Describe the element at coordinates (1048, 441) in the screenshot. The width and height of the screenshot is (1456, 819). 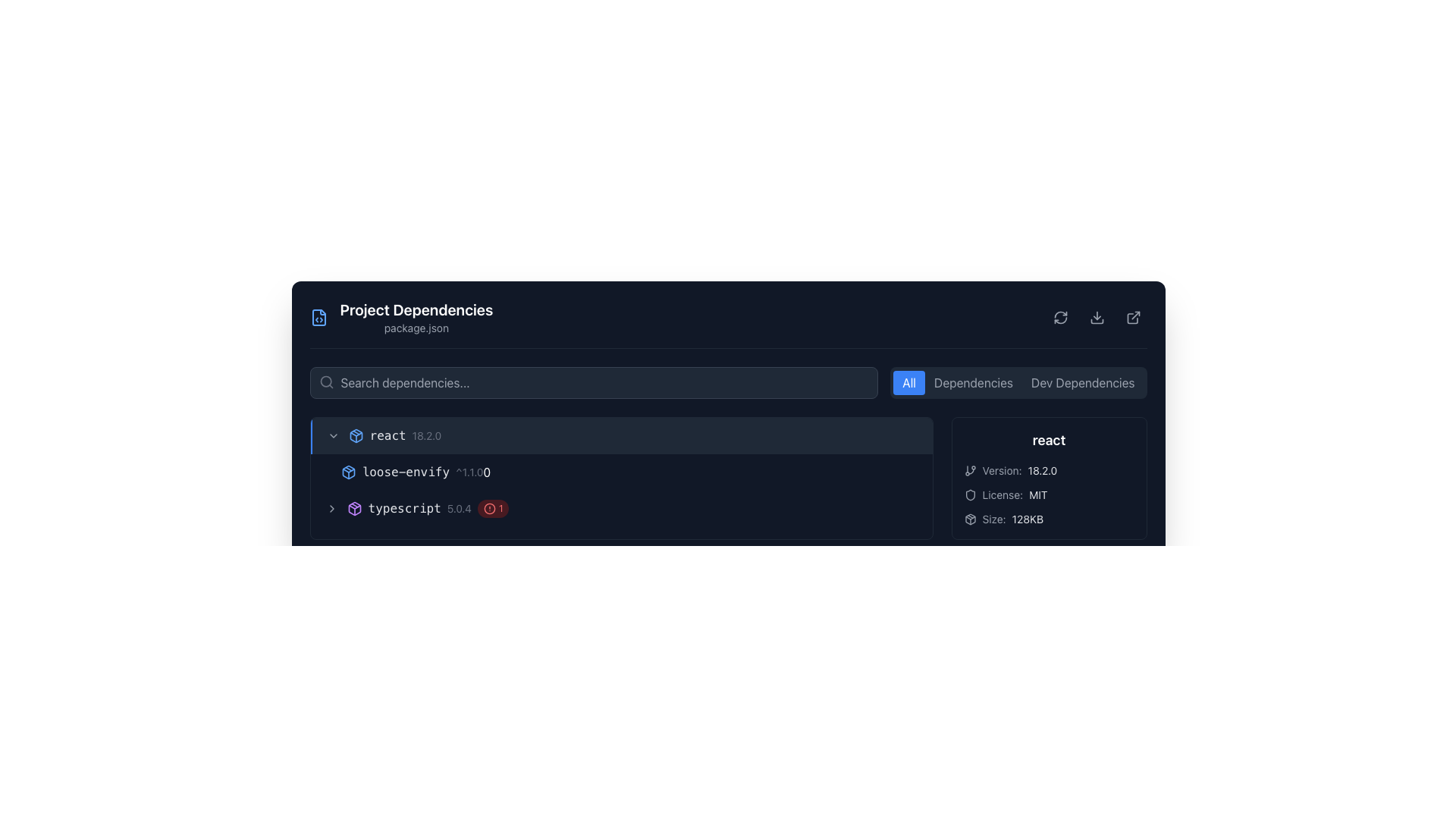
I see `the text block labeled 'react' that is styled with a large, bold font and positioned at the top center of a rounded, bordered card with a dark background` at that location.